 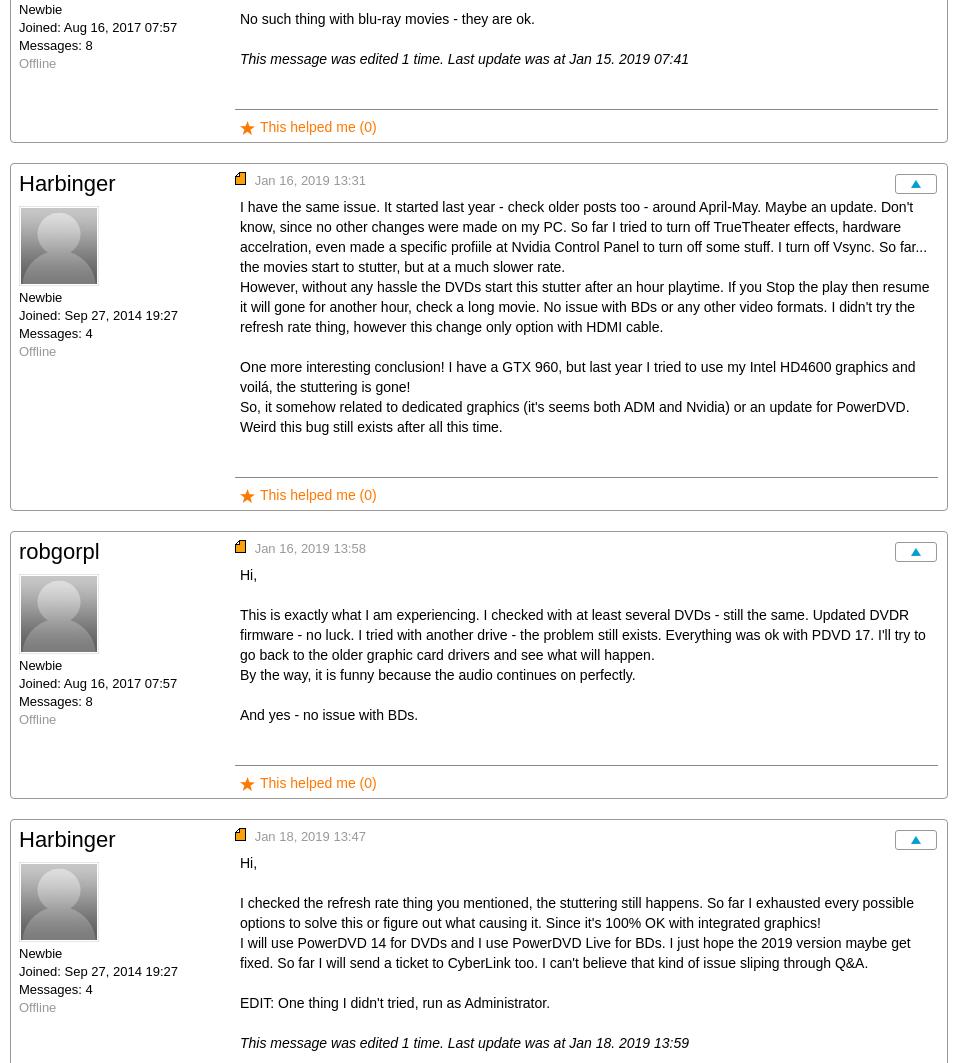 What do you see at coordinates (577, 377) in the screenshot?
I see `'One more interesting conclusion! I have a GTX 960, but last year I tried to use my Intel HD4600 graphics and voilá, the stuttering is gone!'` at bounding box center [577, 377].